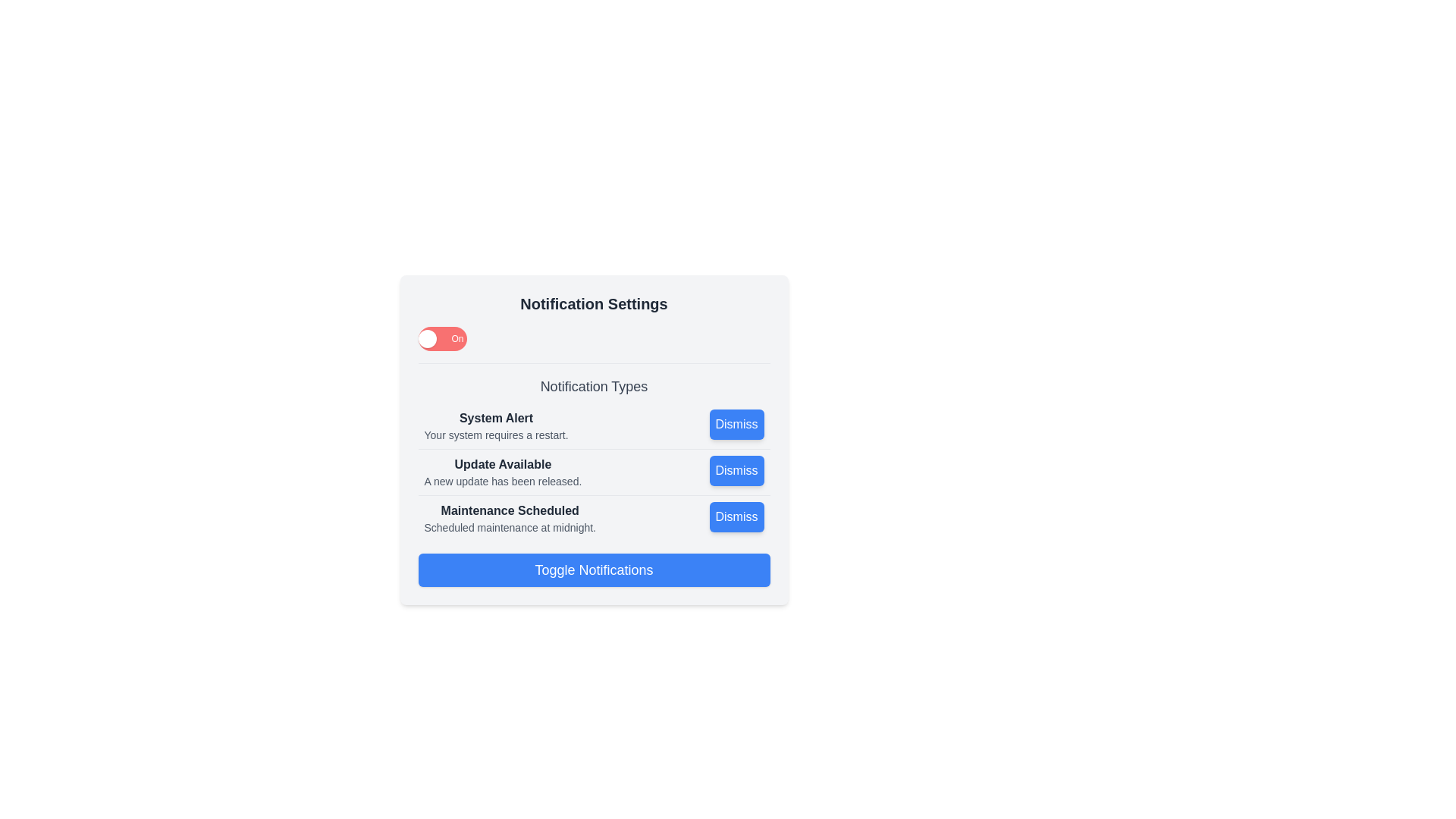 The image size is (1456, 819). What do you see at coordinates (510, 511) in the screenshot?
I see `the Text label displaying 'Maintenance Scheduled', which is bold and dark gray, located above the subtext 'Scheduled maintenance at midnight.' and left of the 'Dismiss' button` at bounding box center [510, 511].